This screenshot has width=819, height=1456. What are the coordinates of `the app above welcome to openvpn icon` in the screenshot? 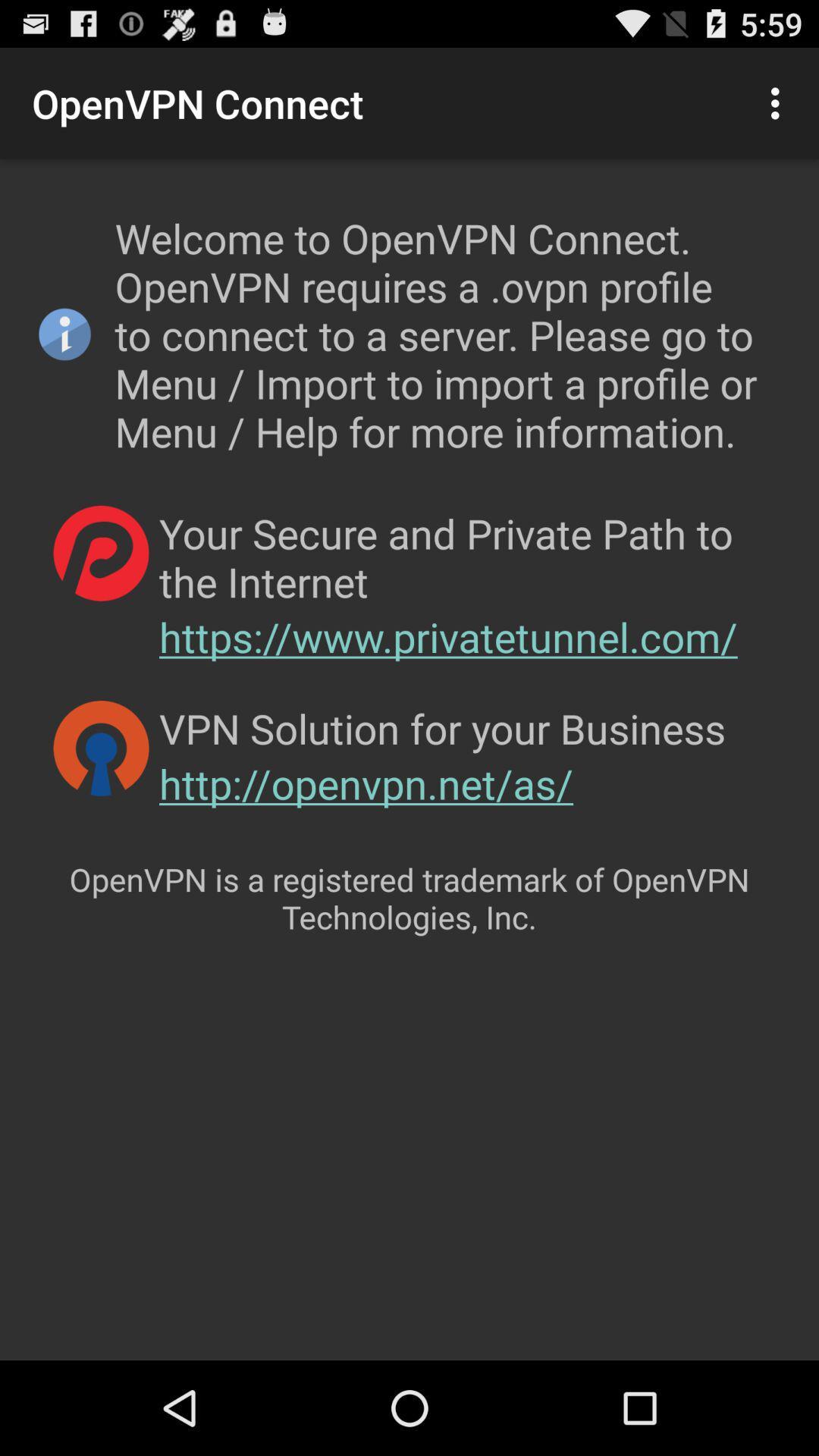 It's located at (779, 102).